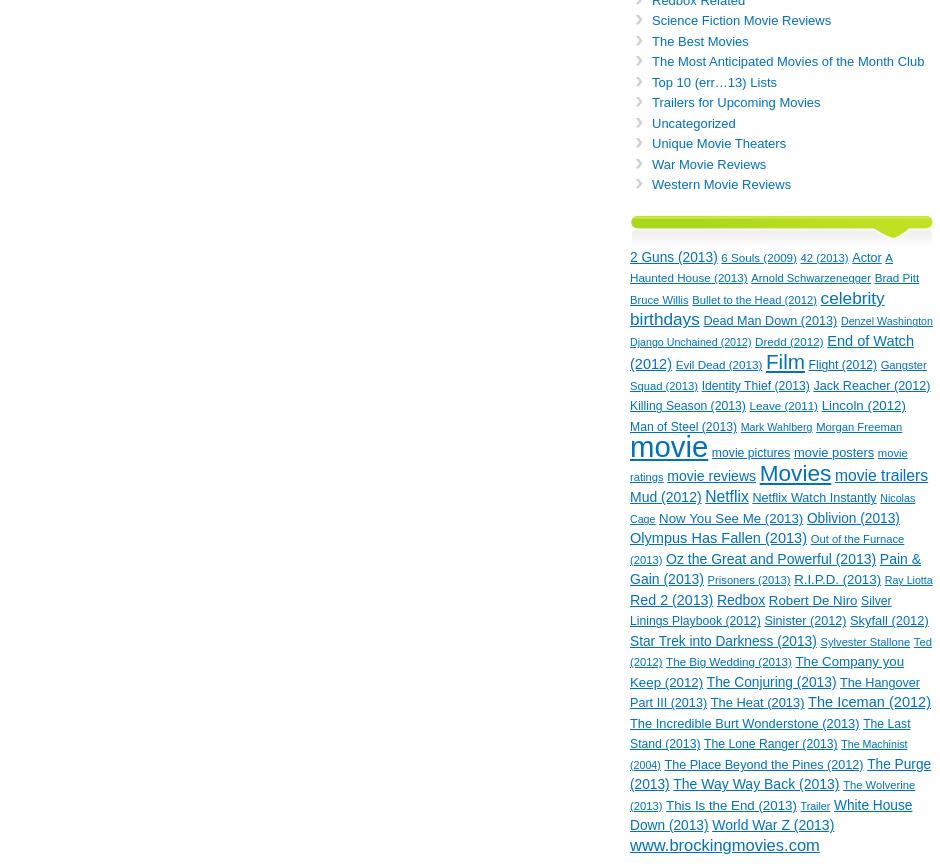 The width and height of the screenshot is (940, 864). I want to click on 'movie ratings', so click(767, 464).